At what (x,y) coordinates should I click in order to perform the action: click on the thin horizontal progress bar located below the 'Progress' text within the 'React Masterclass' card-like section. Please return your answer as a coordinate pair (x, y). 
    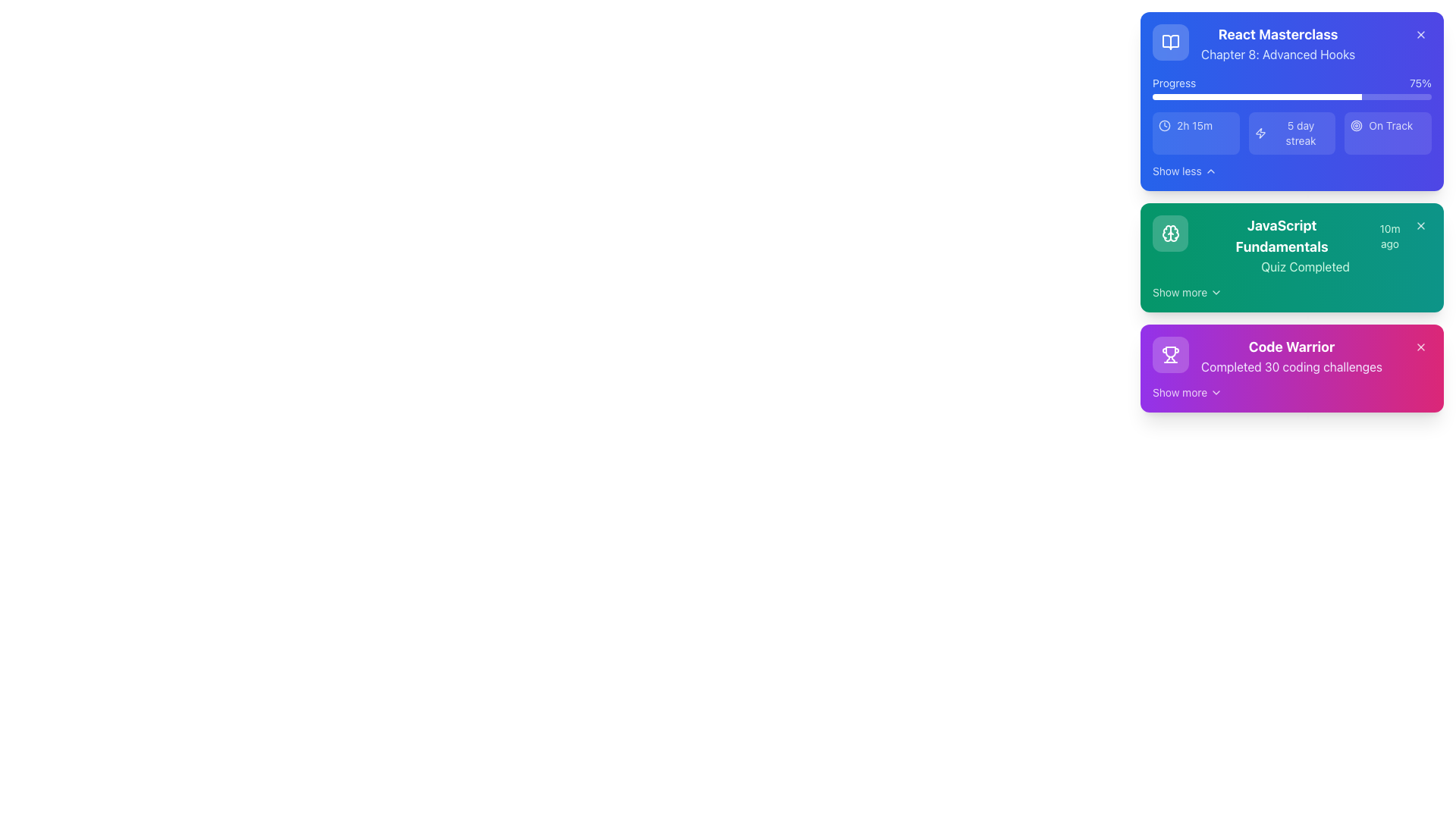
    Looking at the image, I should click on (1291, 96).